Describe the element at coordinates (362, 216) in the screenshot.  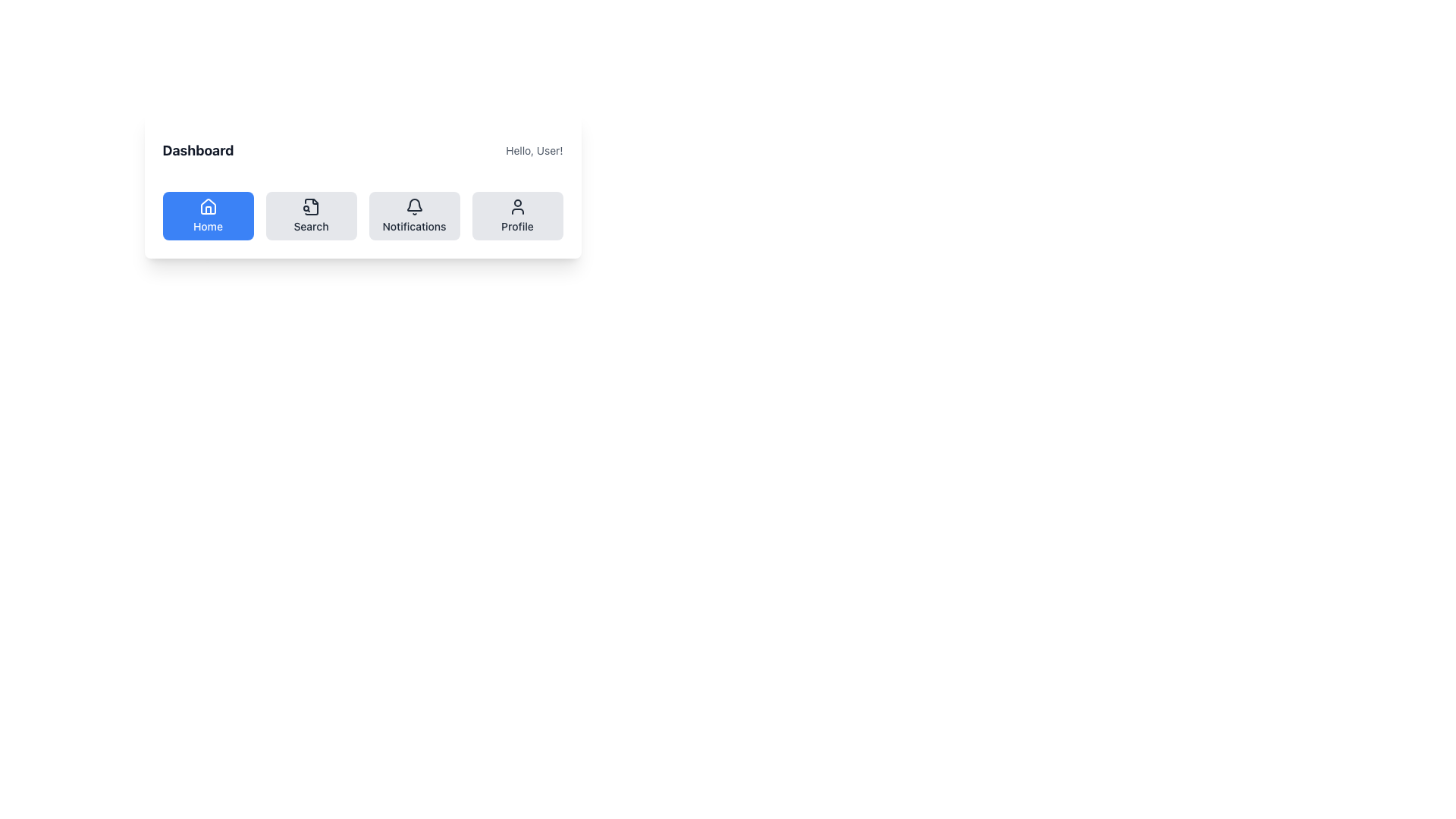
I see `the Notifications button in the Navigation Menu` at that location.